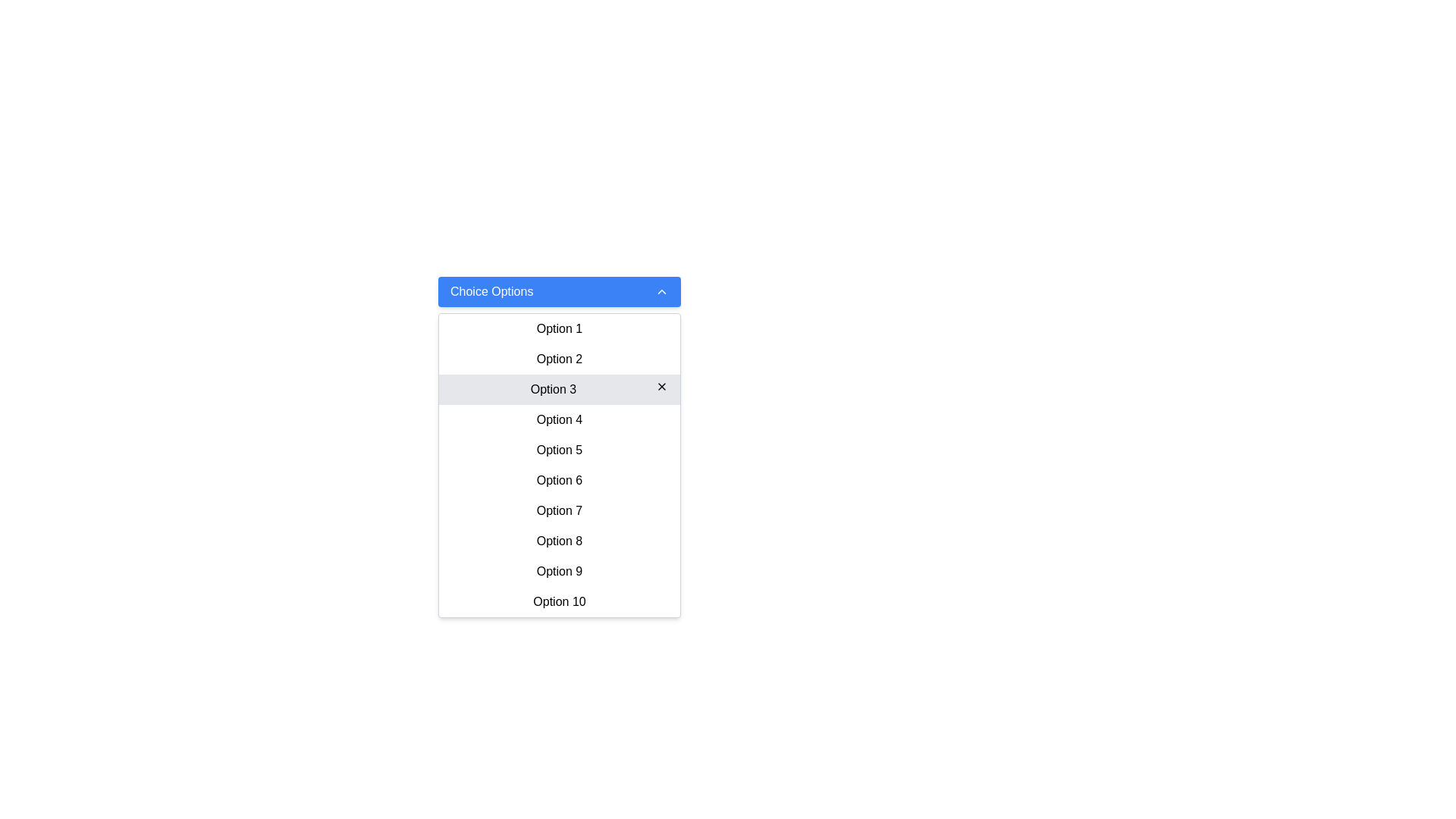 This screenshot has width=1456, height=819. I want to click on the 'Option 7' item in the dropdown menu, so click(559, 511).